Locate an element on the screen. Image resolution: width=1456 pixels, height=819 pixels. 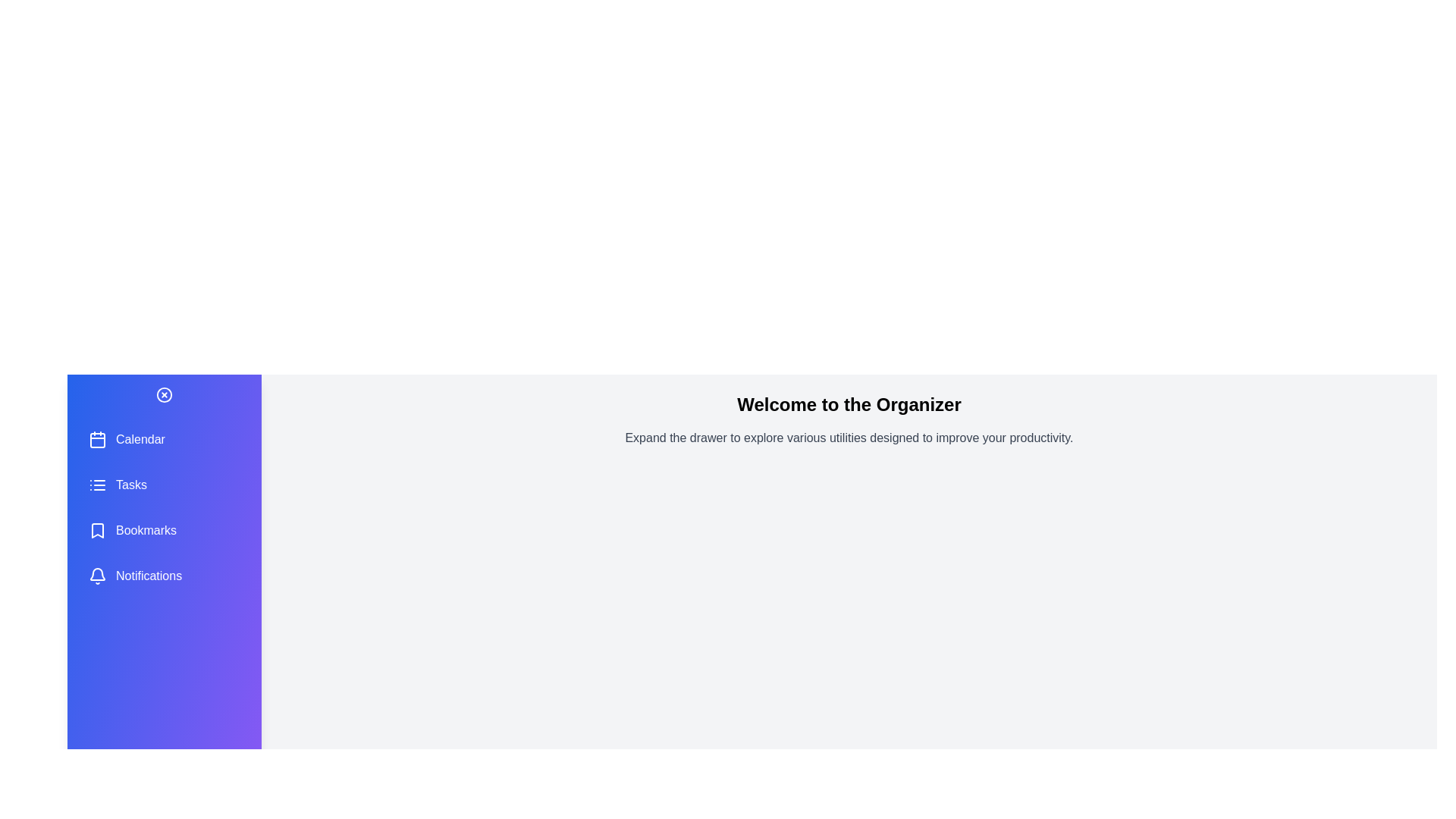
the utility option Calendar to select it is located at coordinates (164, 439).